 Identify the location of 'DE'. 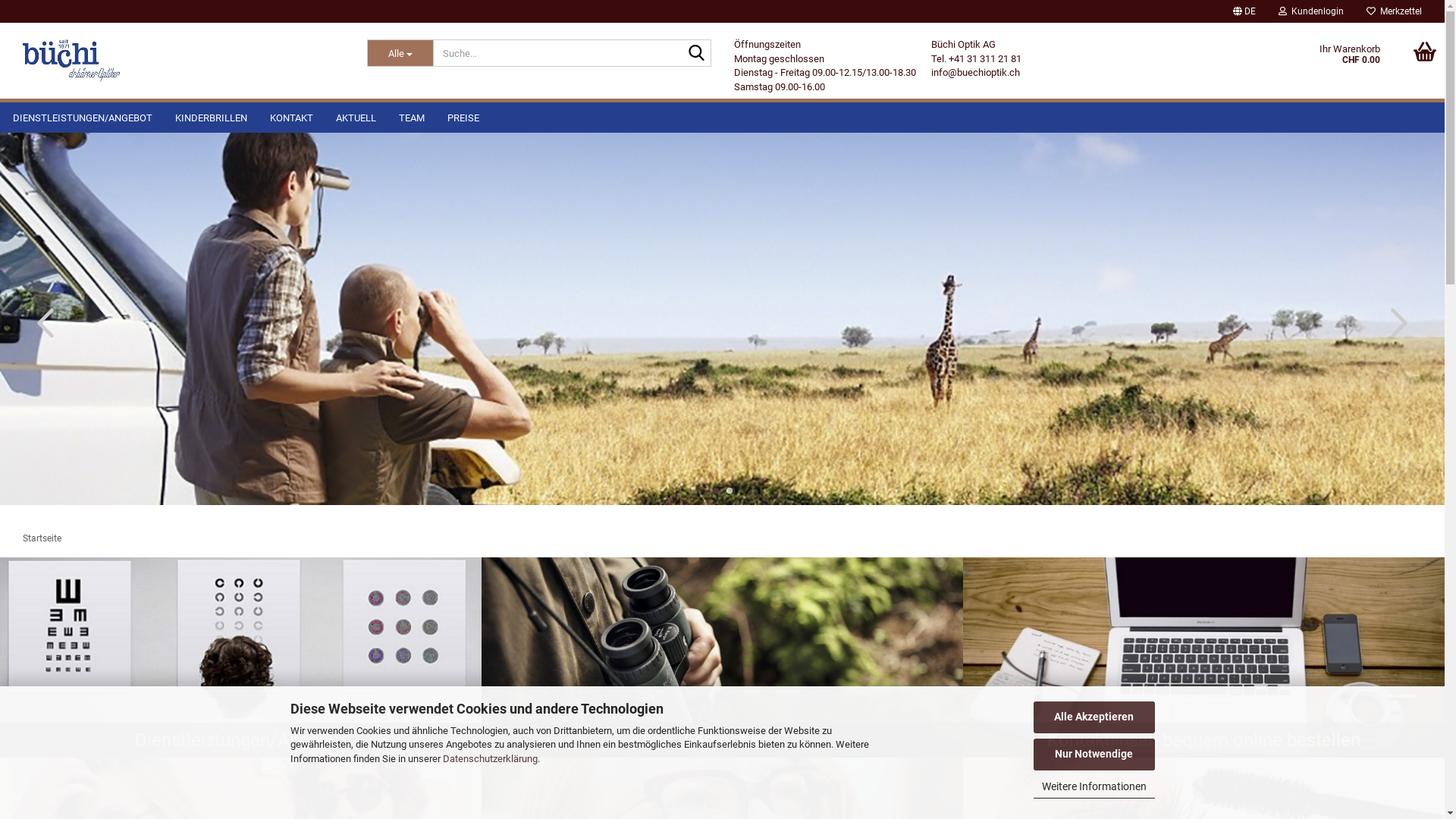
(1244, 11).